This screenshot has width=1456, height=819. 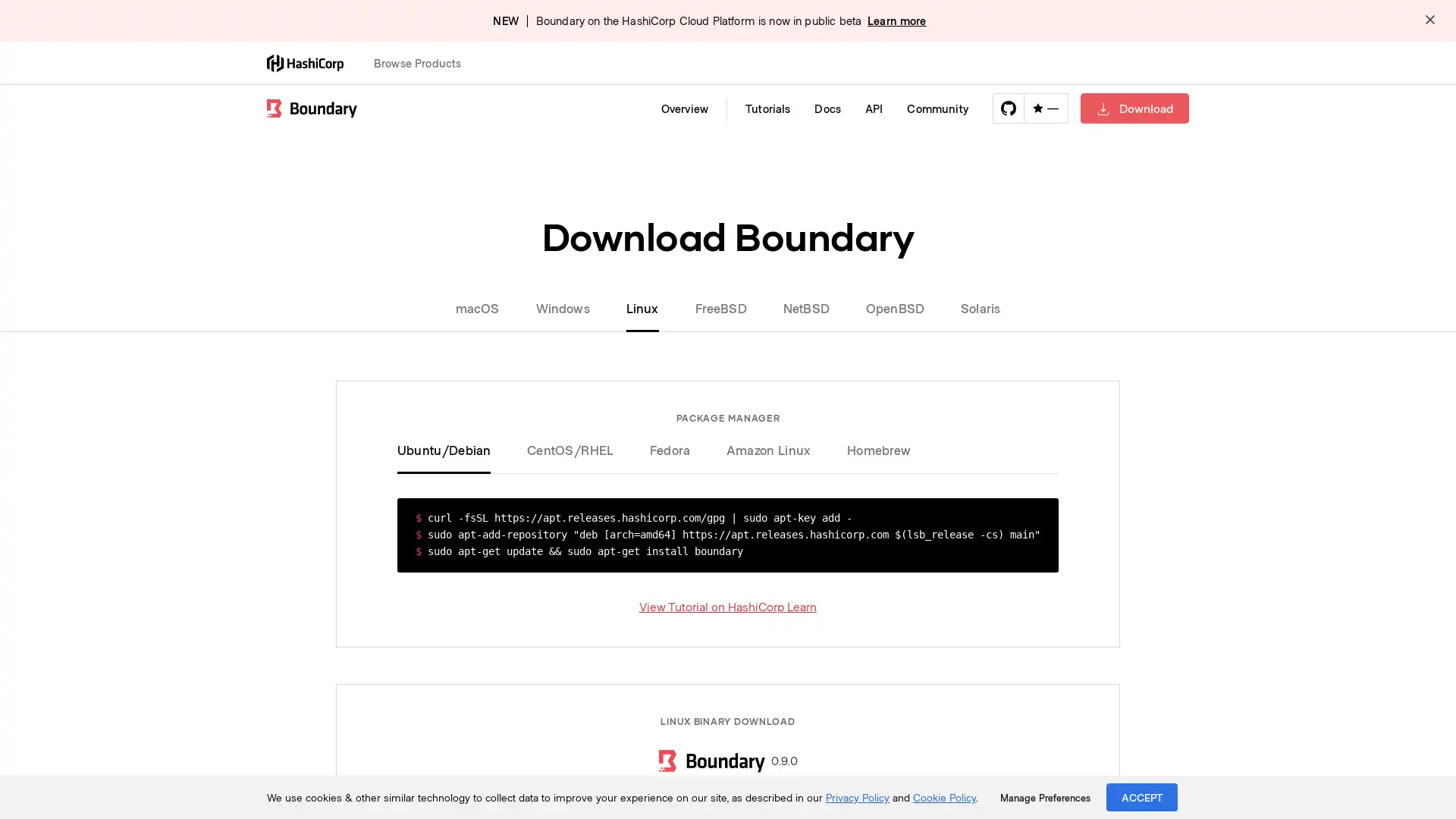 I want to click on macOS, so click(x=486, y=307).